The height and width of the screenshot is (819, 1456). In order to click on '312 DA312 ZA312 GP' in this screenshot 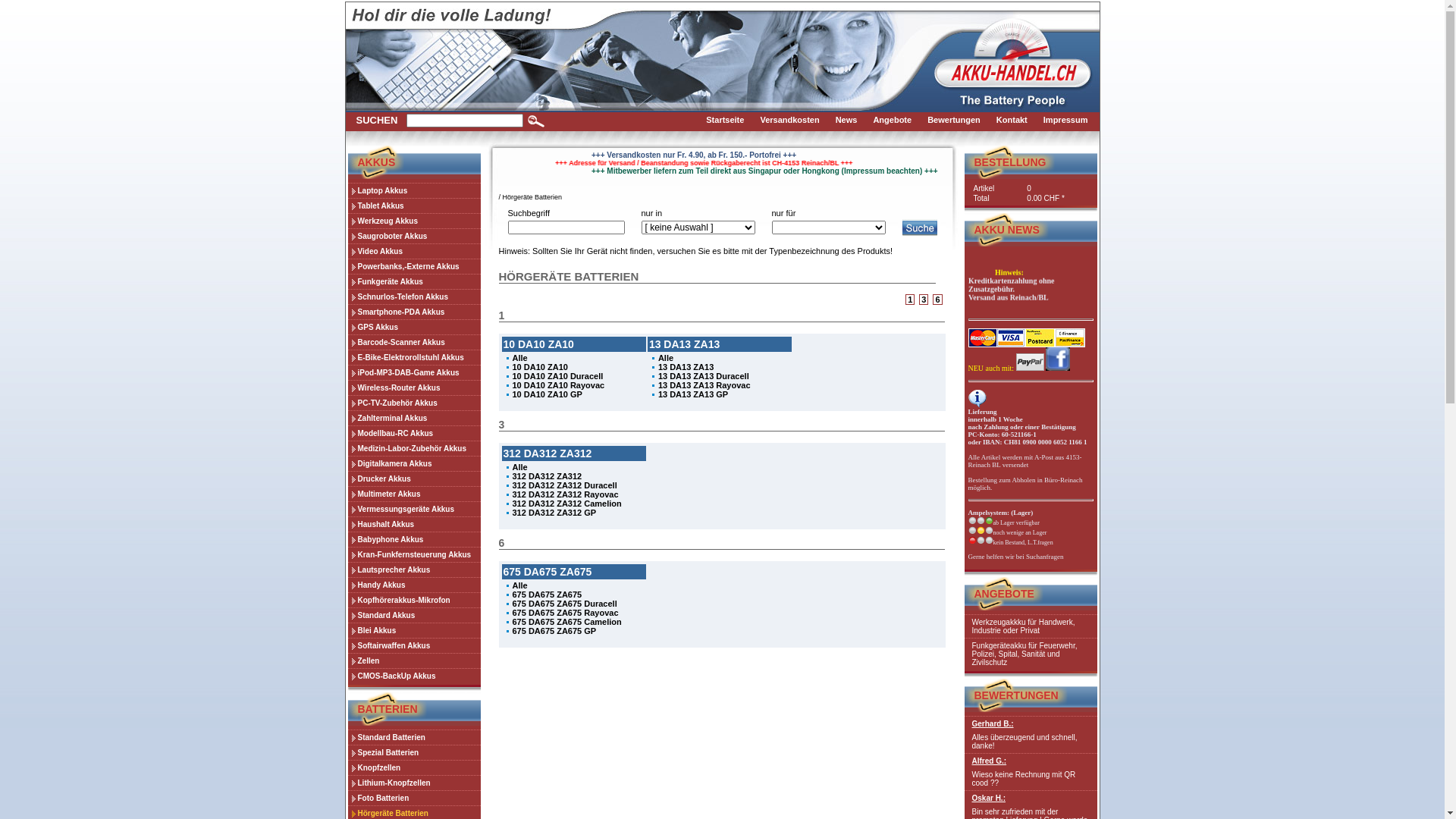, I will do `click(554, 512)`.